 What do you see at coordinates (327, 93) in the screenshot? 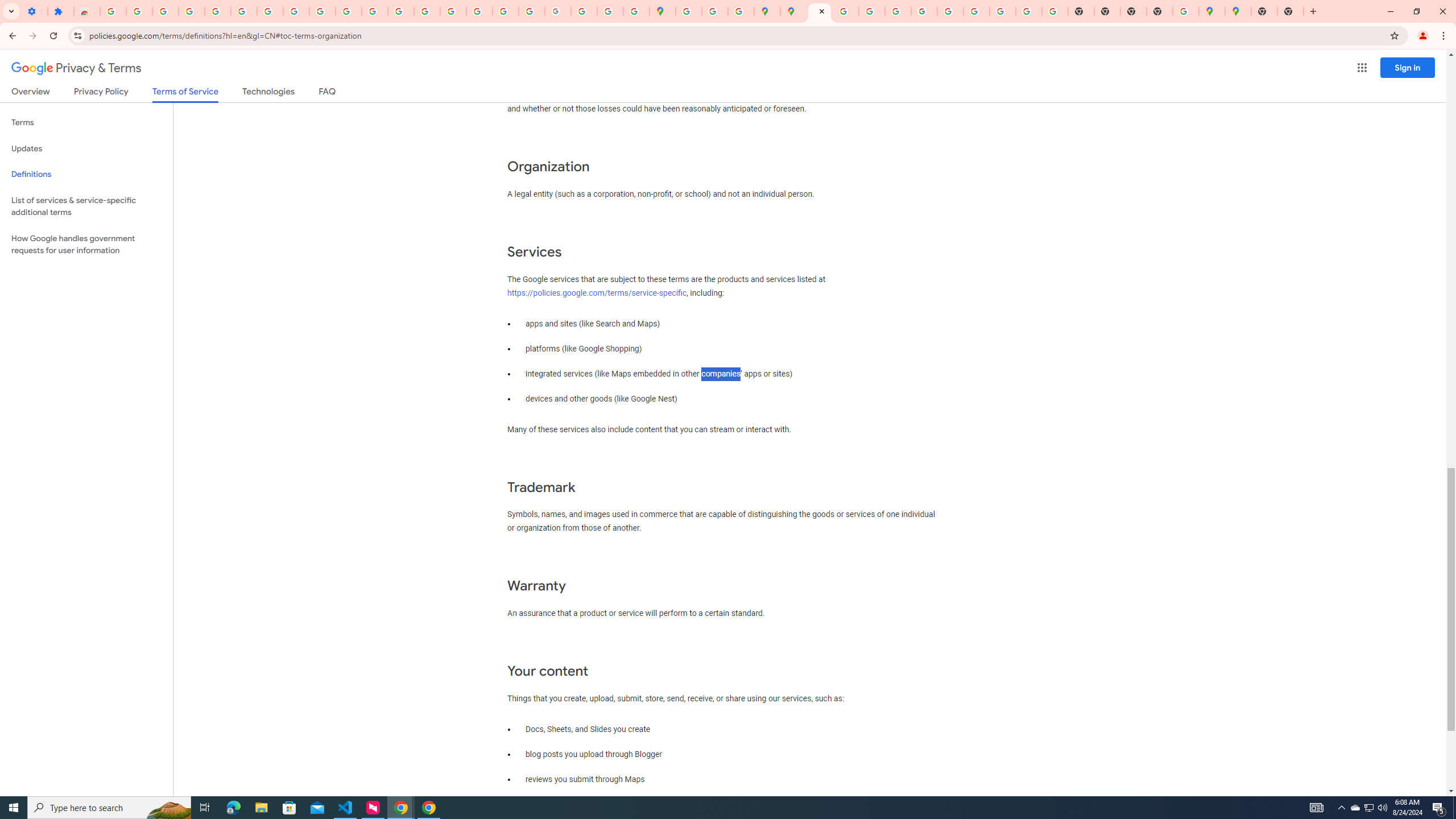
I see `'FAQ'` at bounding box center [327, 93].